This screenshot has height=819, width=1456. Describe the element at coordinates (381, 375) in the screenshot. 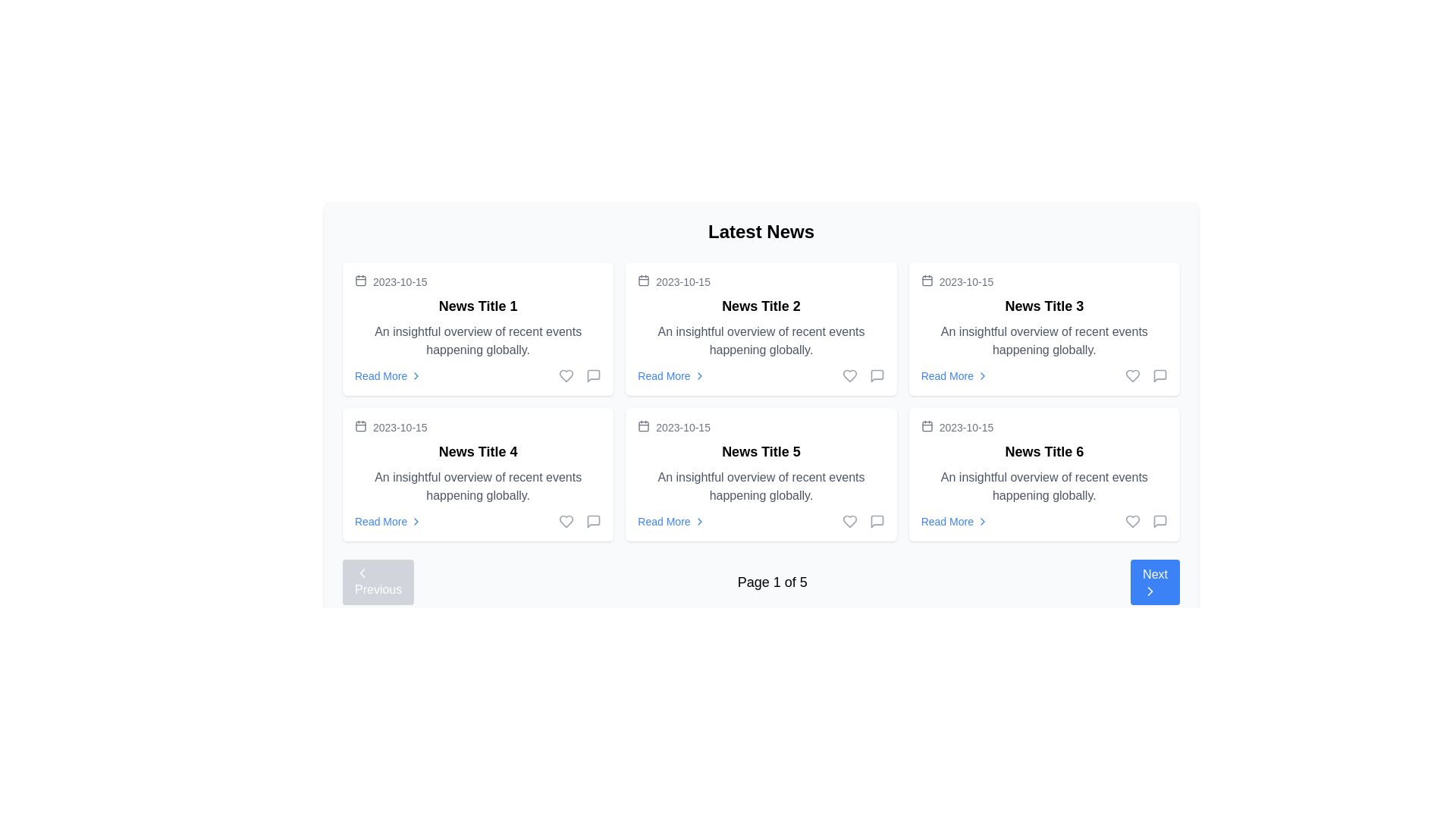

I see `the interactive hyperlink text 'Read More' styled in blue, located at the bottom-left of the top-left news card in a 2x3 grid` at that location.